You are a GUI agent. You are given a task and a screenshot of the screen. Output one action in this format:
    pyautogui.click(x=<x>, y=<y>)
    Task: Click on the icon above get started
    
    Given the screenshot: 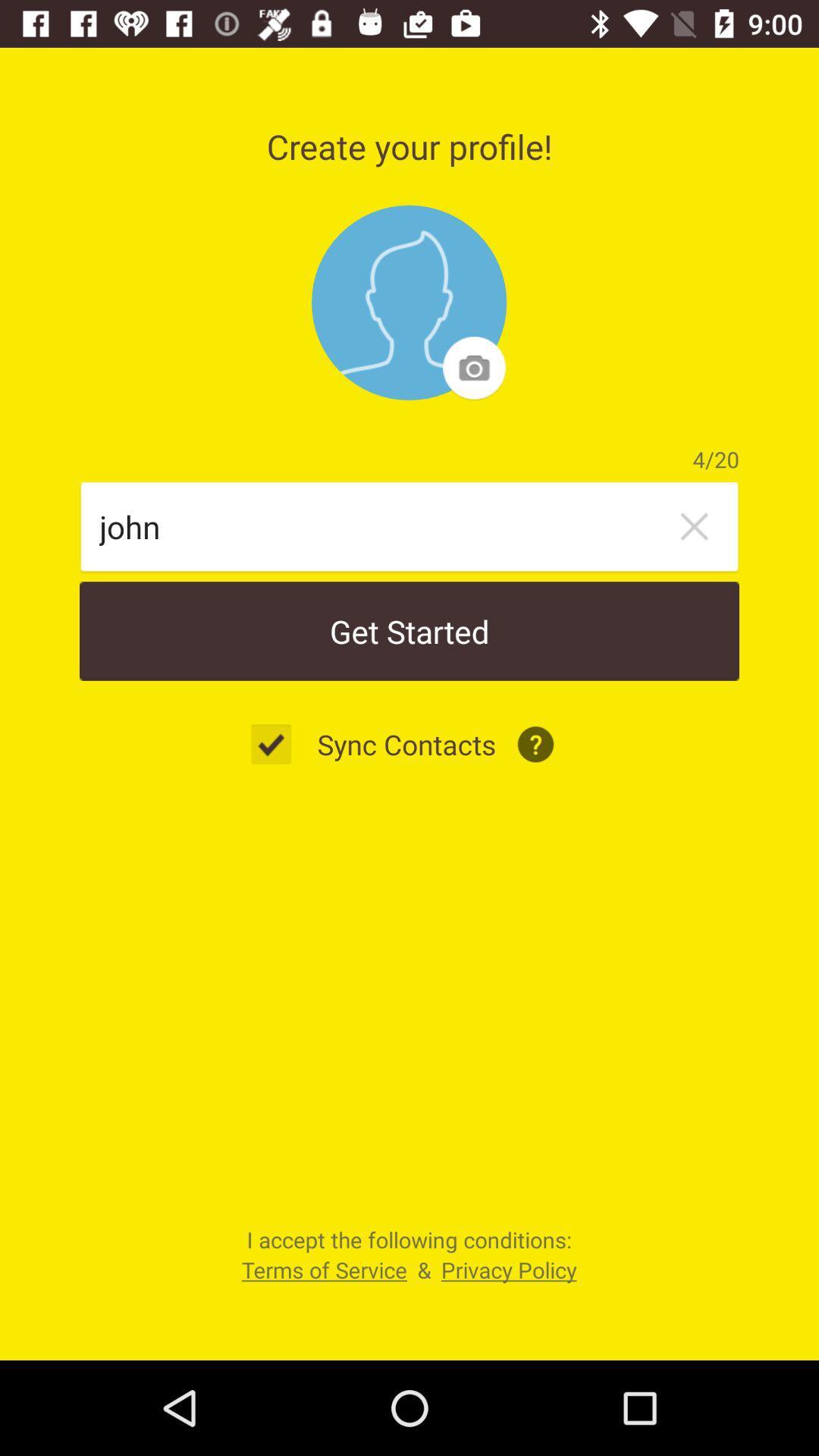 What is the action you would take?
    pyautogui.click(x=383, y=526)
    